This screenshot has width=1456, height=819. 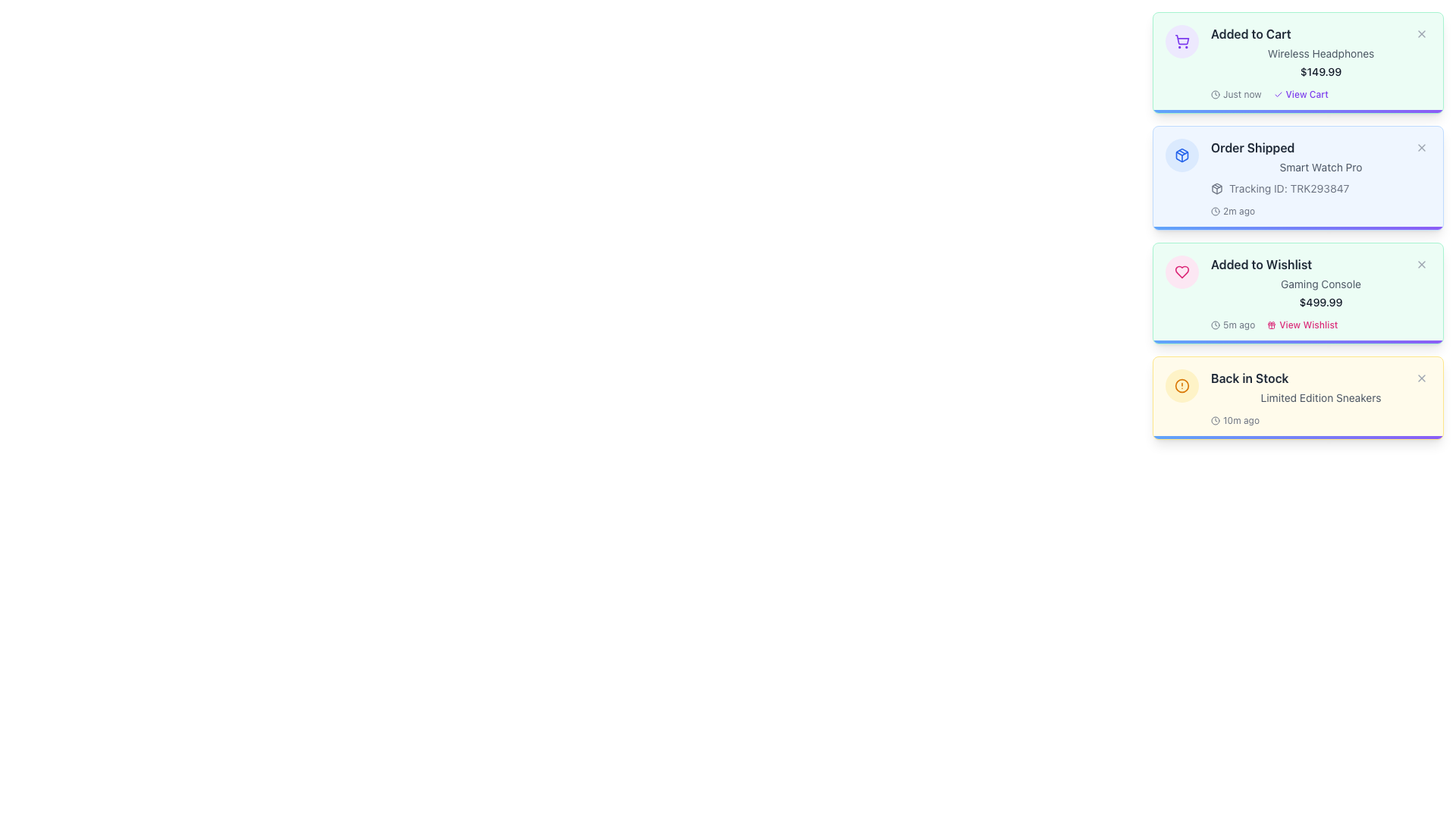 What do you see at coordinates (1250, 34) in the screenshot?
I see `the 'Added to Cart' text label, which is a bold dark gray label located at the top-left corner of a green notification item in the vertical notification list` at bounding box center [1250, 34].